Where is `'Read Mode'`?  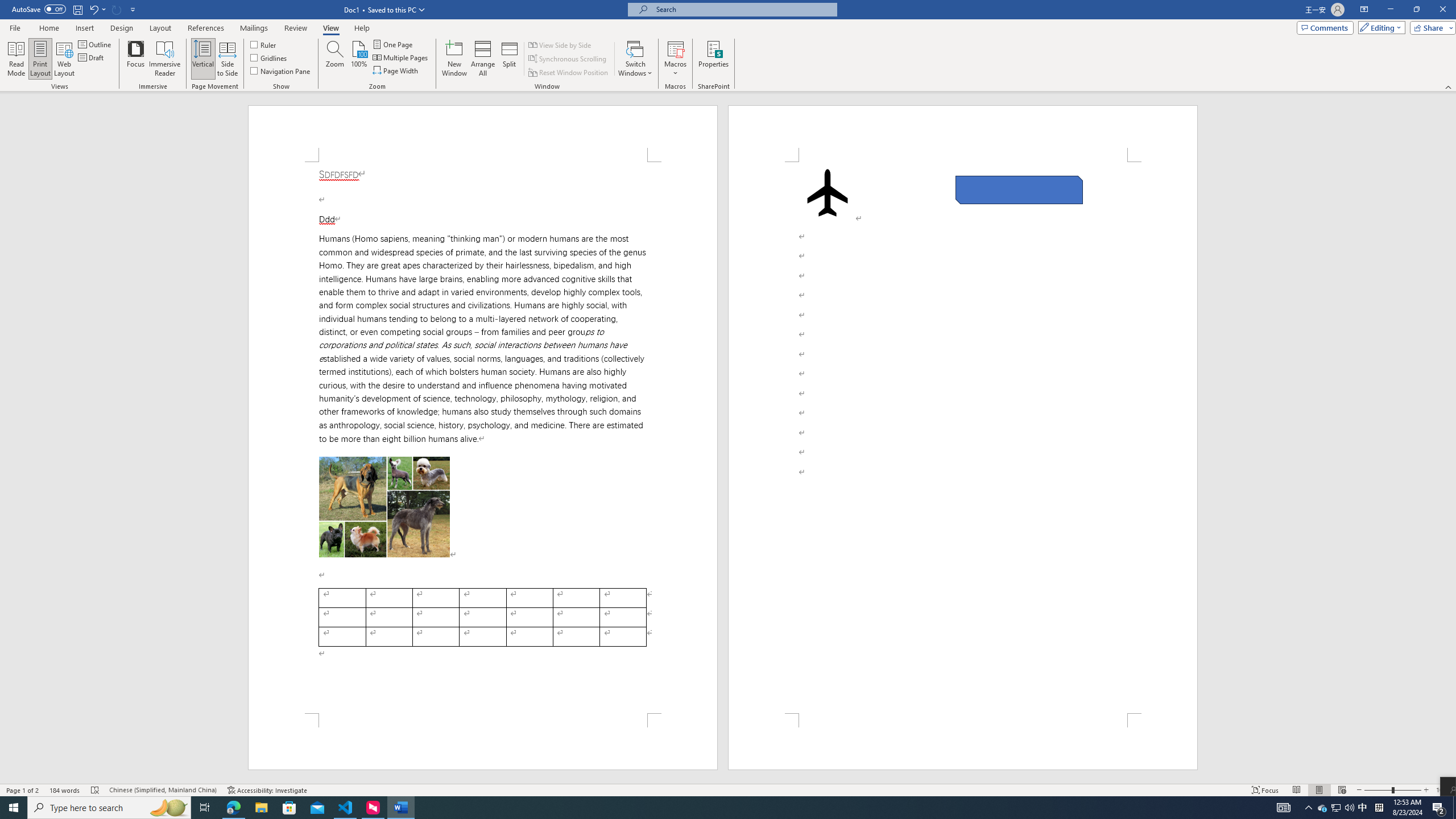
'Read Mode' is located at coordinates (16, 59).